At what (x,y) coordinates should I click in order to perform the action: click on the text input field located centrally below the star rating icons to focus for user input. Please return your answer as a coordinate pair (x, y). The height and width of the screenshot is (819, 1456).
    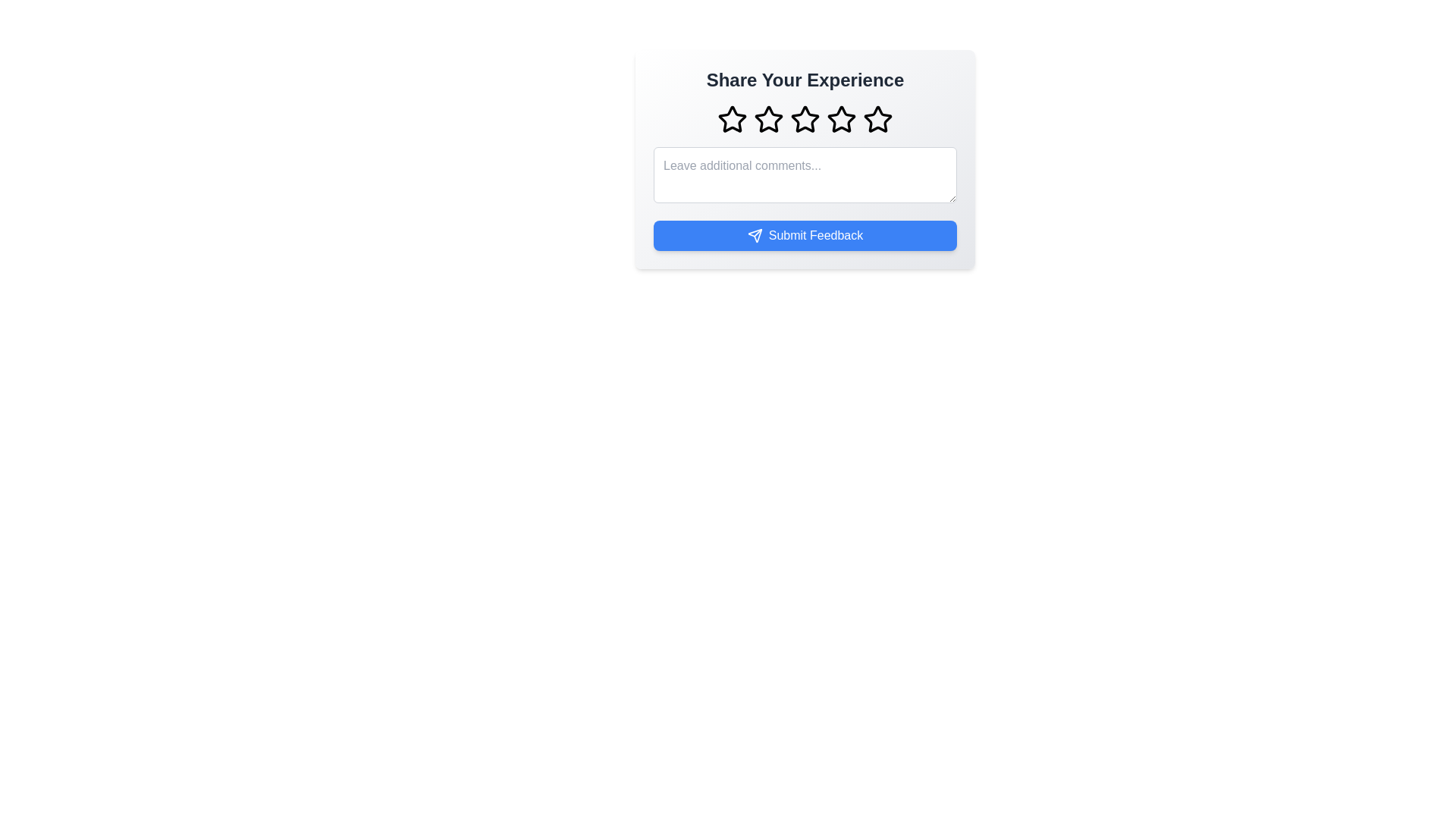
    Looking at the image, I should click on (804, 174).